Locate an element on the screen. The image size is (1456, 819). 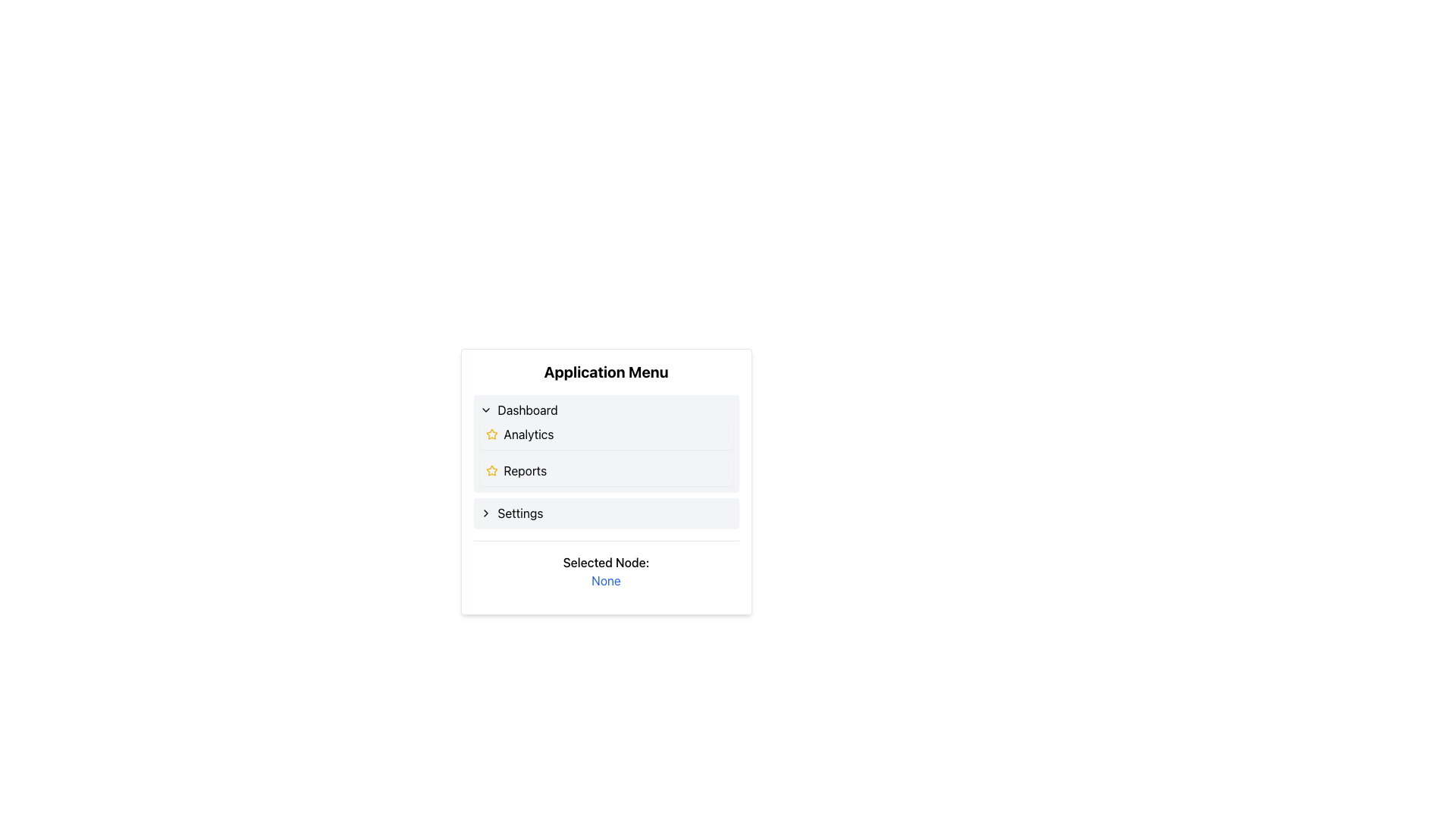
the second button in the 'Analytics' section of the application menu is located at coordinates (605, 470).